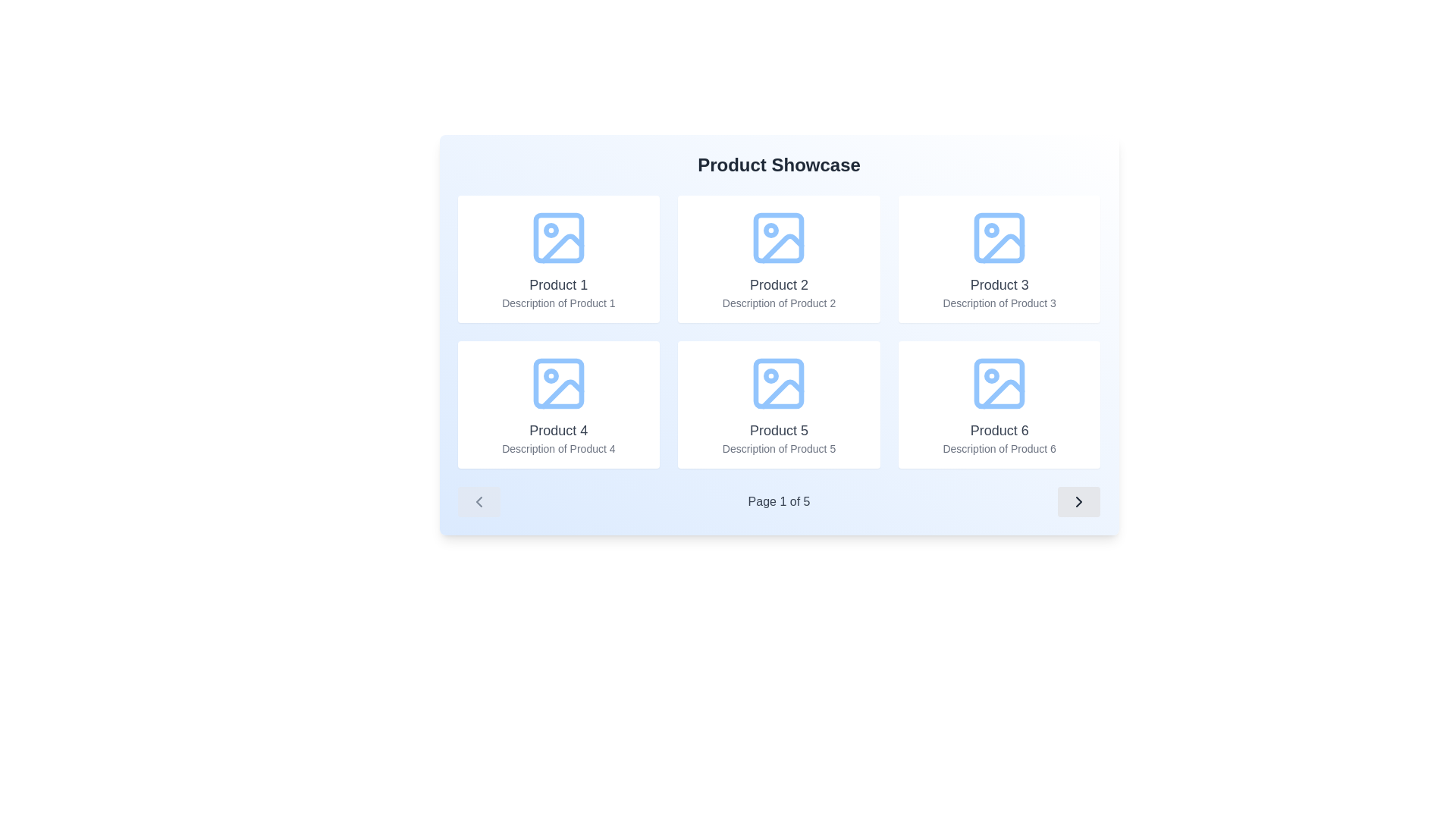 Image resolution: width=1456 pixels, height=819 pixels. Describe the element at coordinates (779, 403) in the screenshot. I see `the product card labeled 'Product 5' that features a white background, rounded corners, and includes an icon at the top` at that location.